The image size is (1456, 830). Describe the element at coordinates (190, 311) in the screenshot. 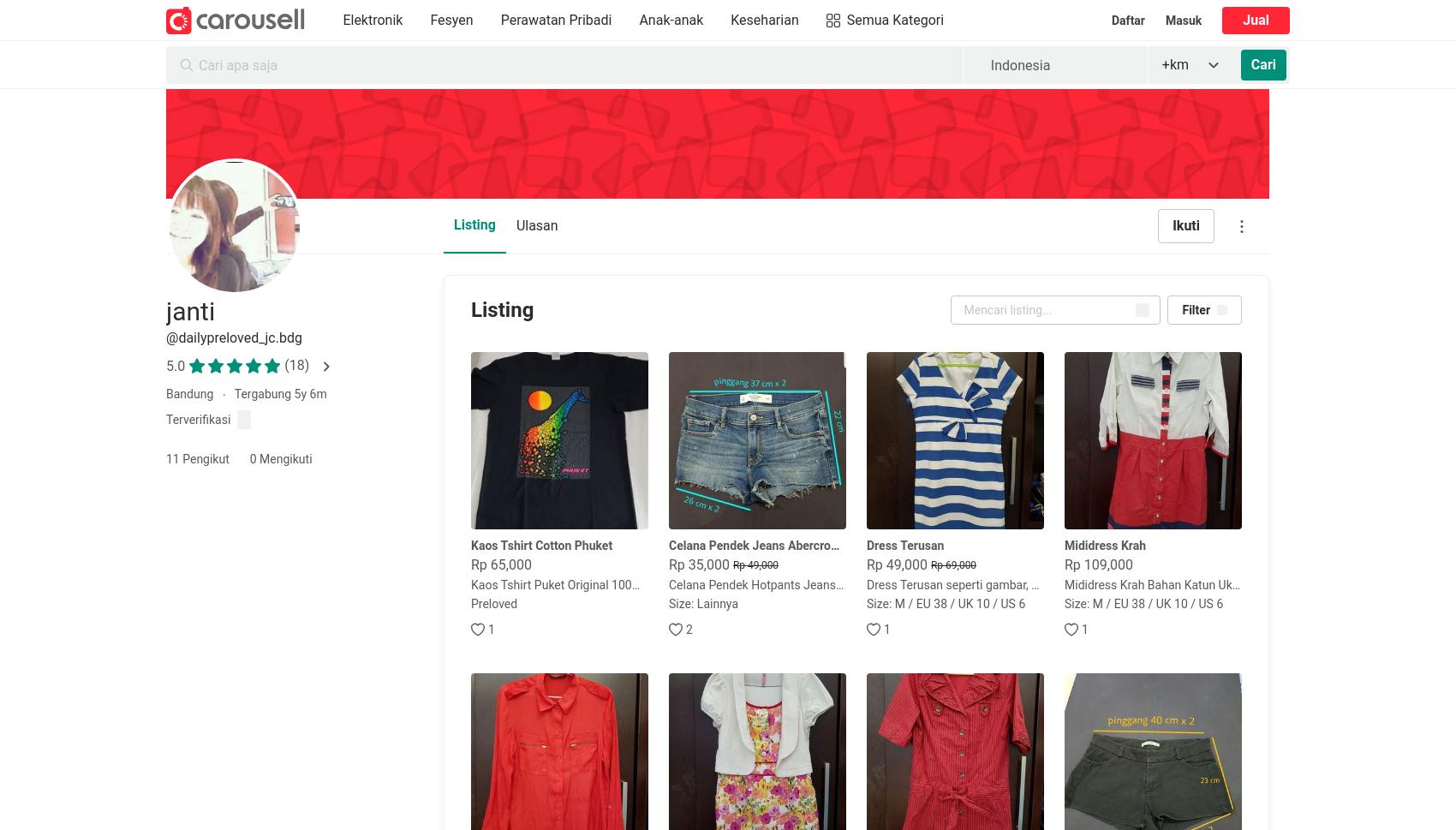

I see `'janti'` at that location.